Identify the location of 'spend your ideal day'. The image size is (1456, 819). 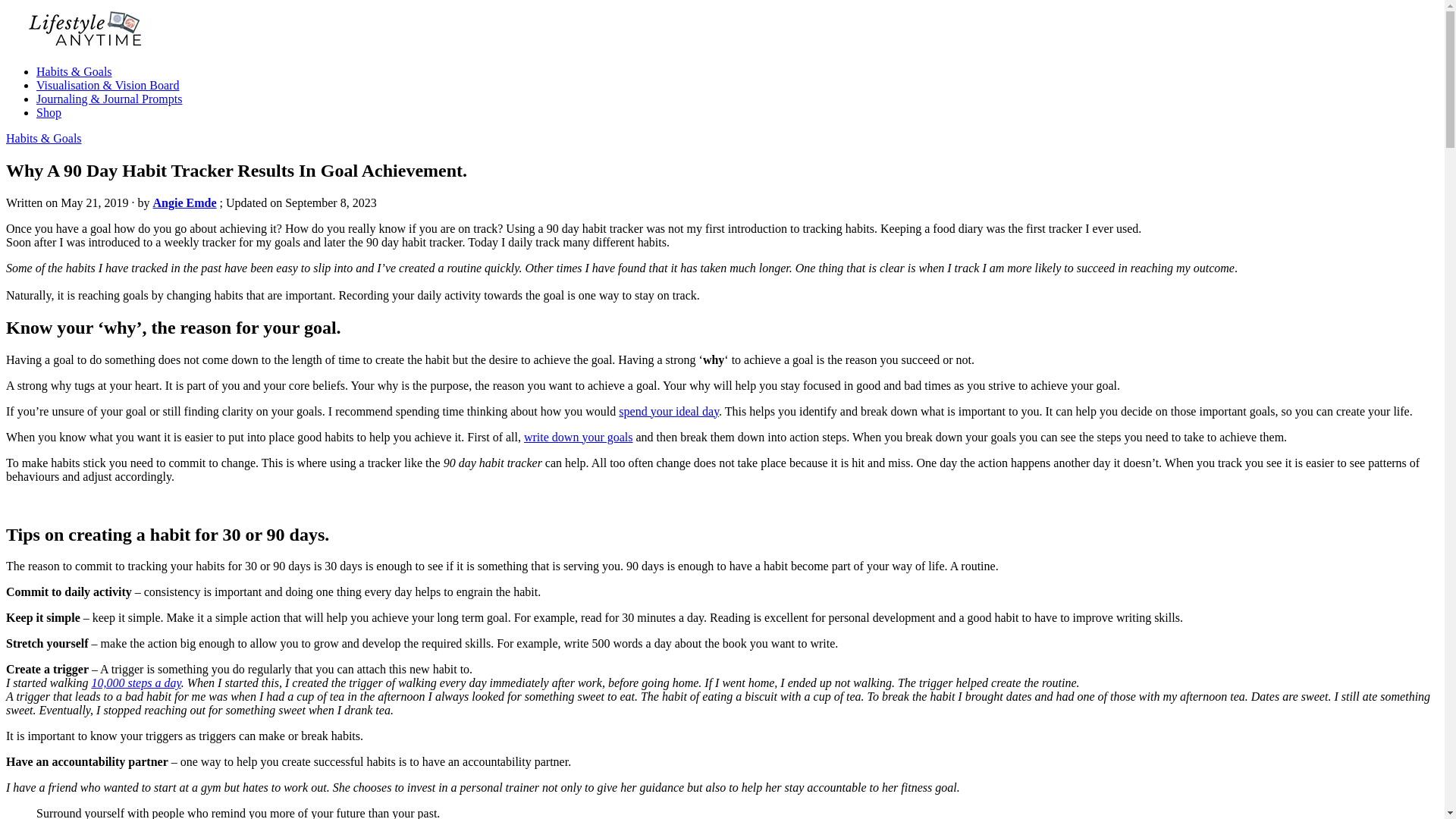
(668, 411).